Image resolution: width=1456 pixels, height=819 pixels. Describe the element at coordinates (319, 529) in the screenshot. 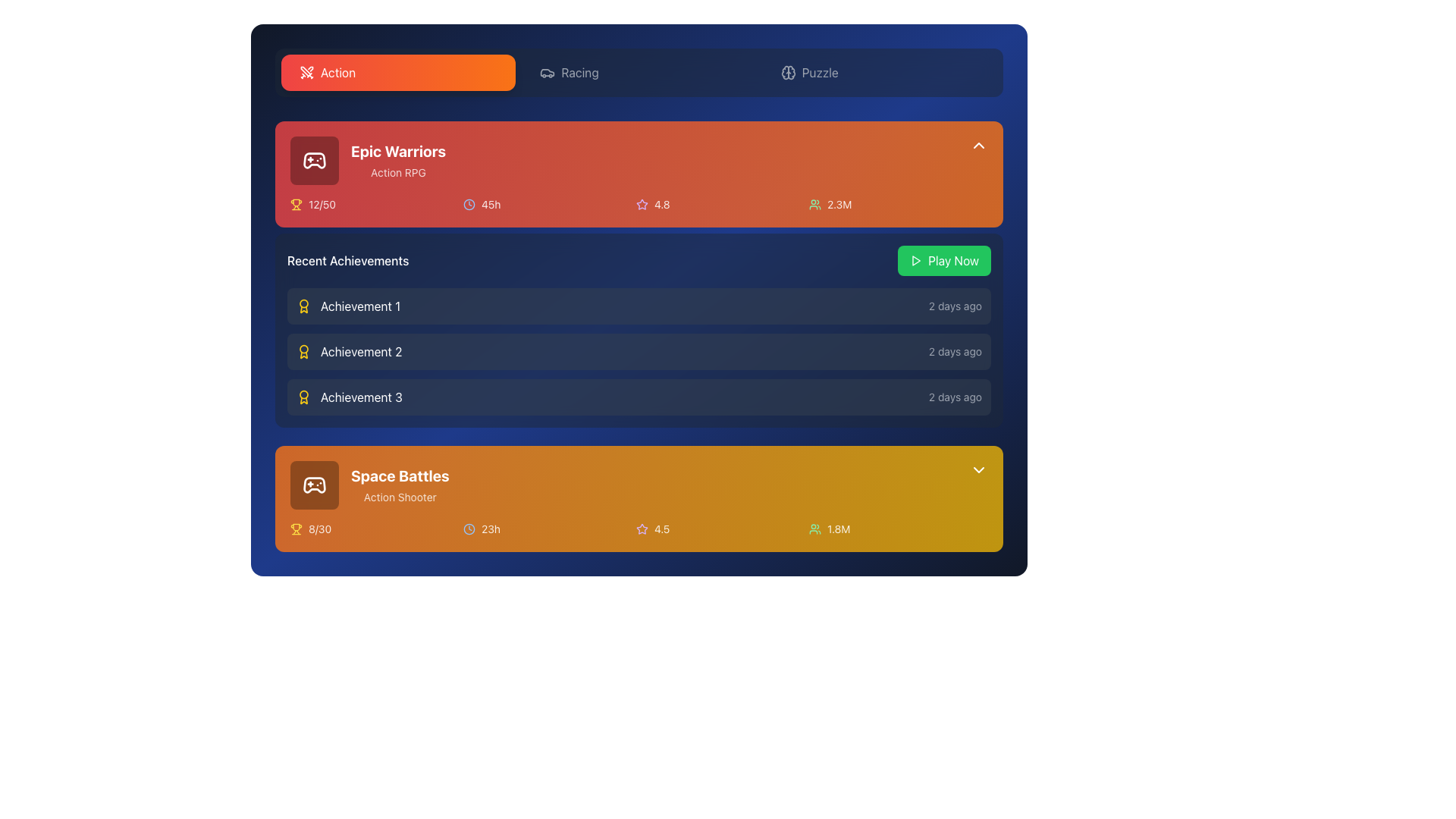

I see `the Text label indicating a numeric ratio in the 'Space Battles' section, located to the right of the trophy icon` at that location.